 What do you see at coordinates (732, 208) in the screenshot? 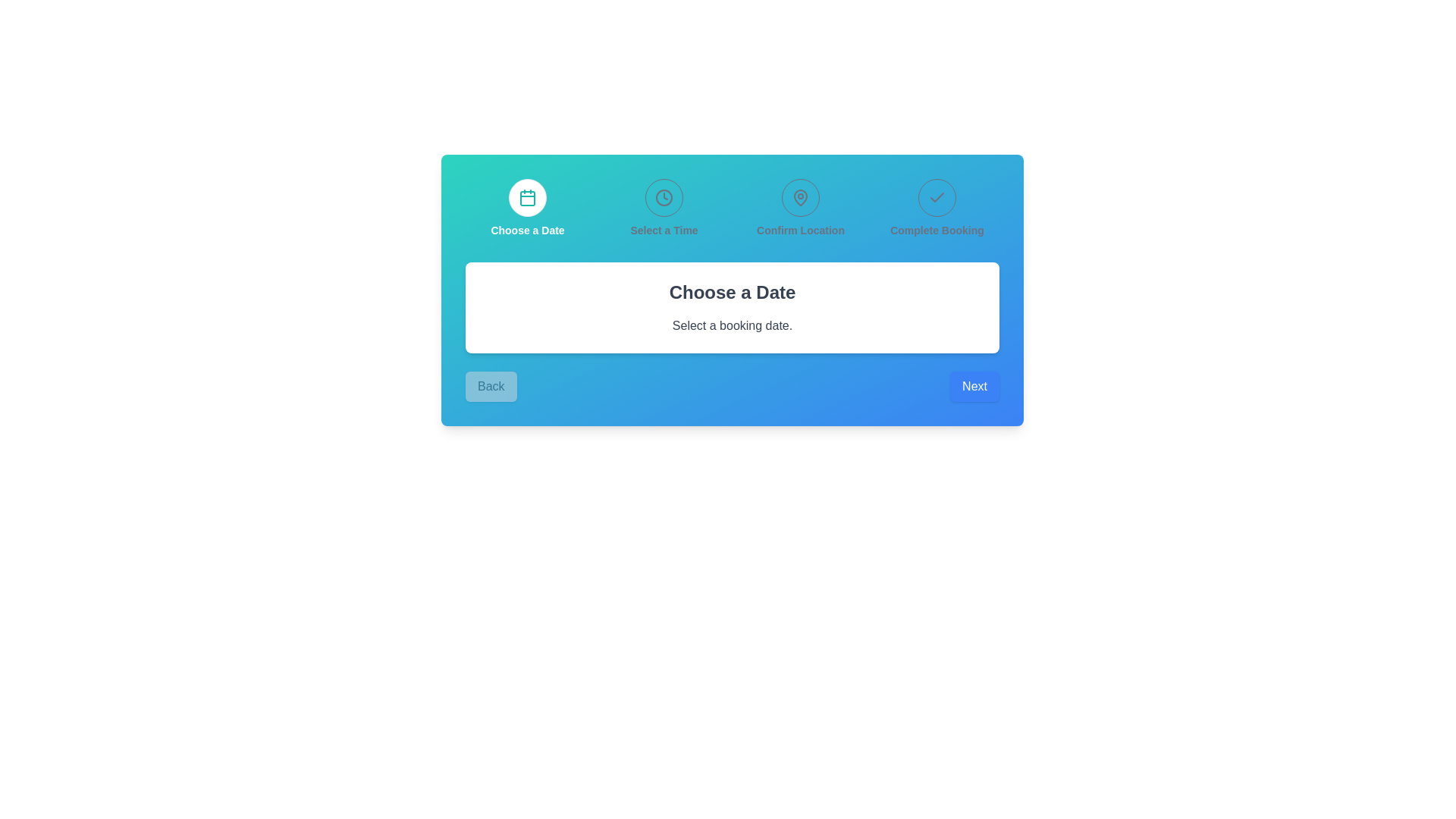
I see `the navigation bar with step indicators` at bounding box center [732, 208].